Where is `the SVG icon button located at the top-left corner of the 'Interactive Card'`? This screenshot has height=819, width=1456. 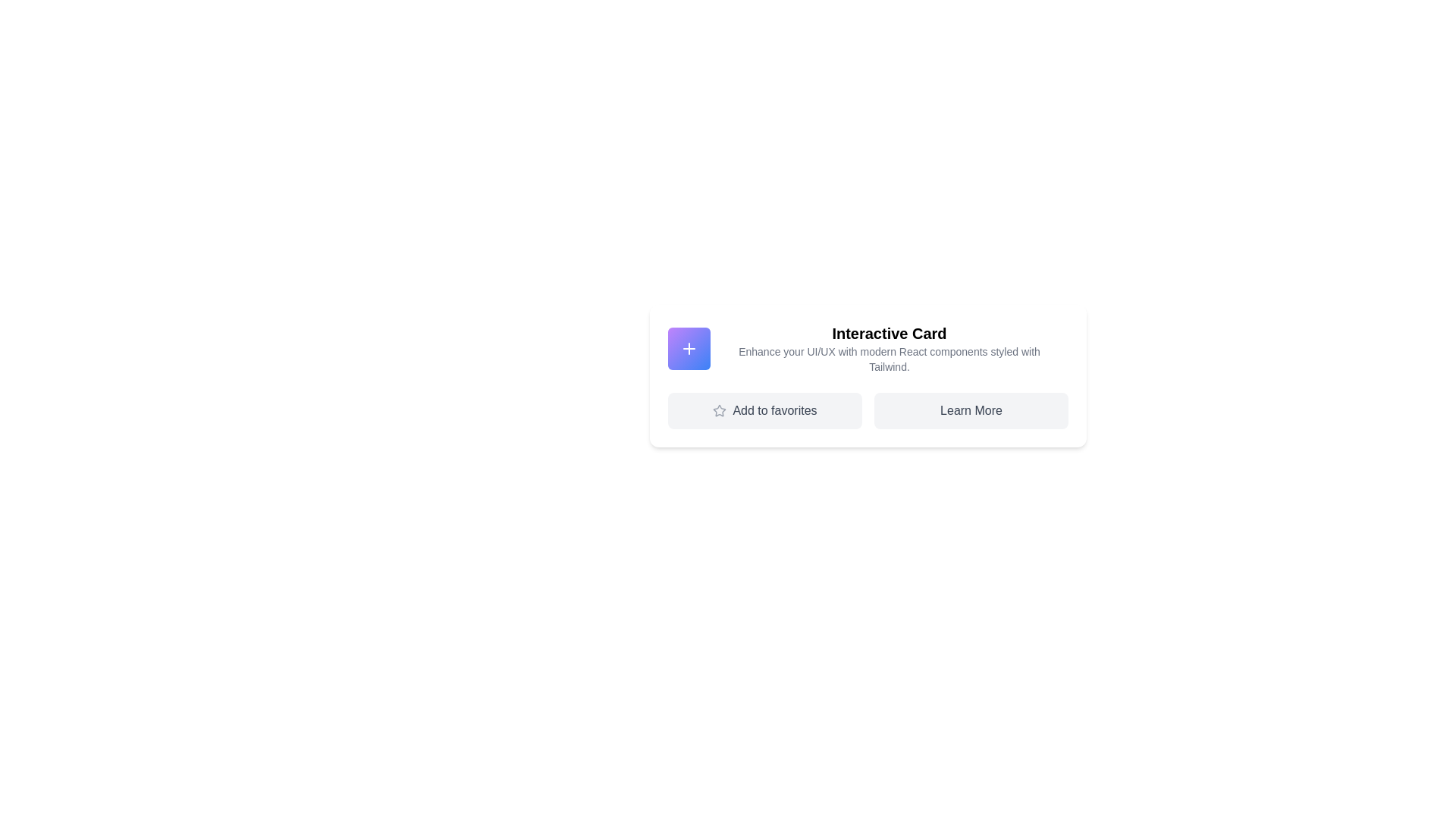 the SVG icon button located at the top-left corner of the 'Interactive Card' is located at coordinates (688, 348).